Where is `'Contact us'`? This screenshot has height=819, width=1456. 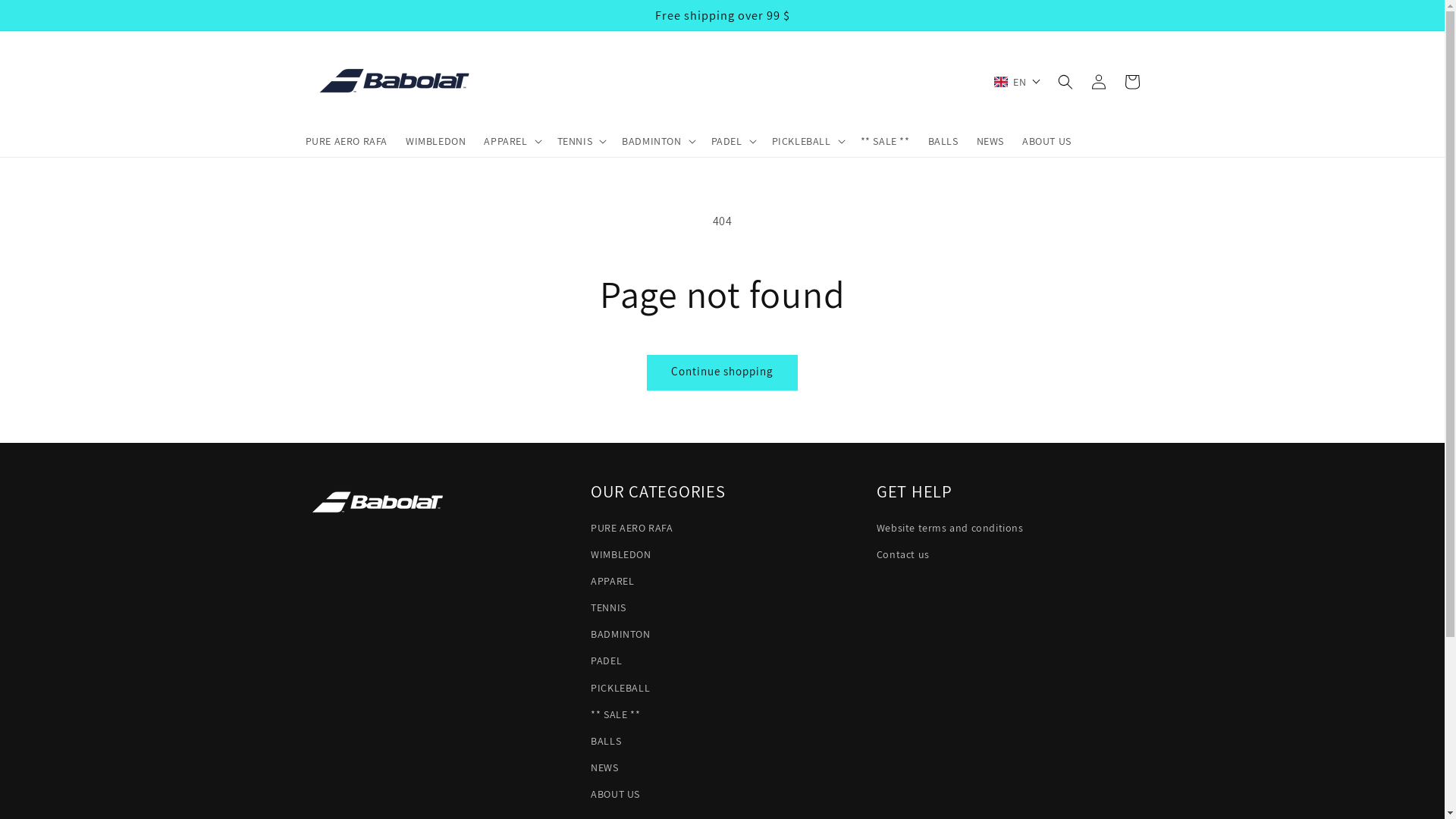
'Contact us' is located at coordinates (902, 554).